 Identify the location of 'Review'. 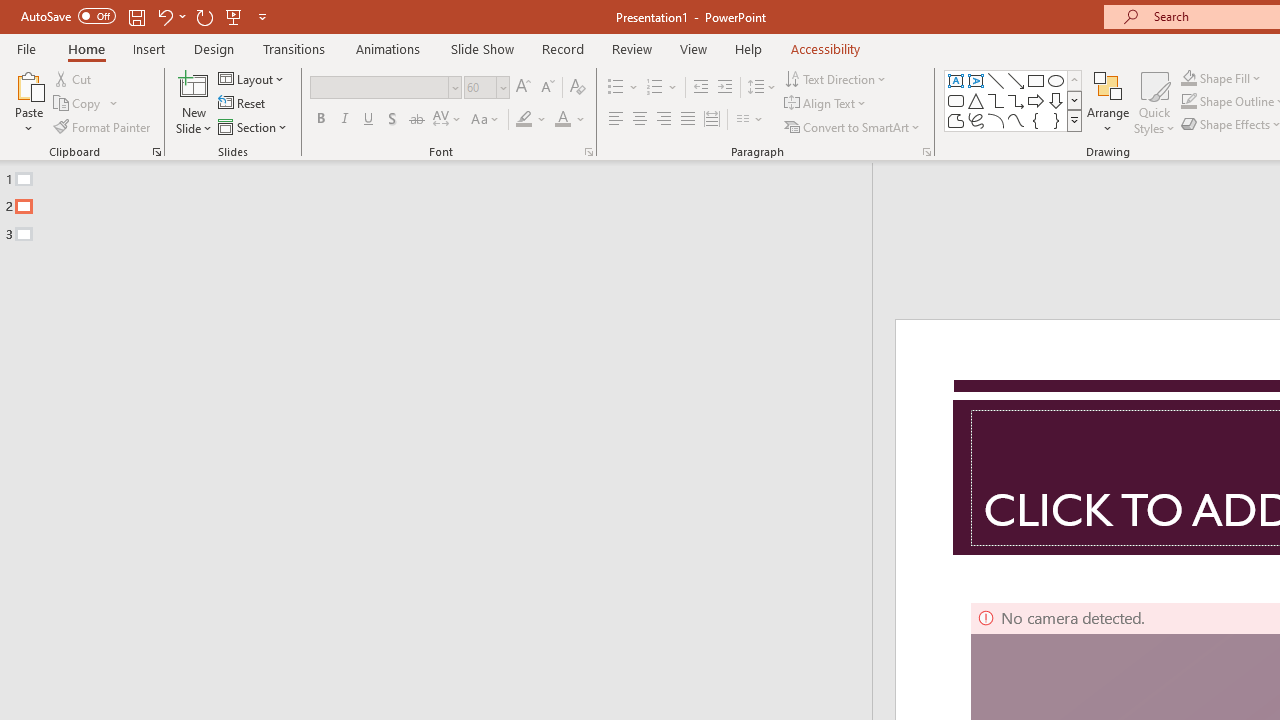
(630, 48).